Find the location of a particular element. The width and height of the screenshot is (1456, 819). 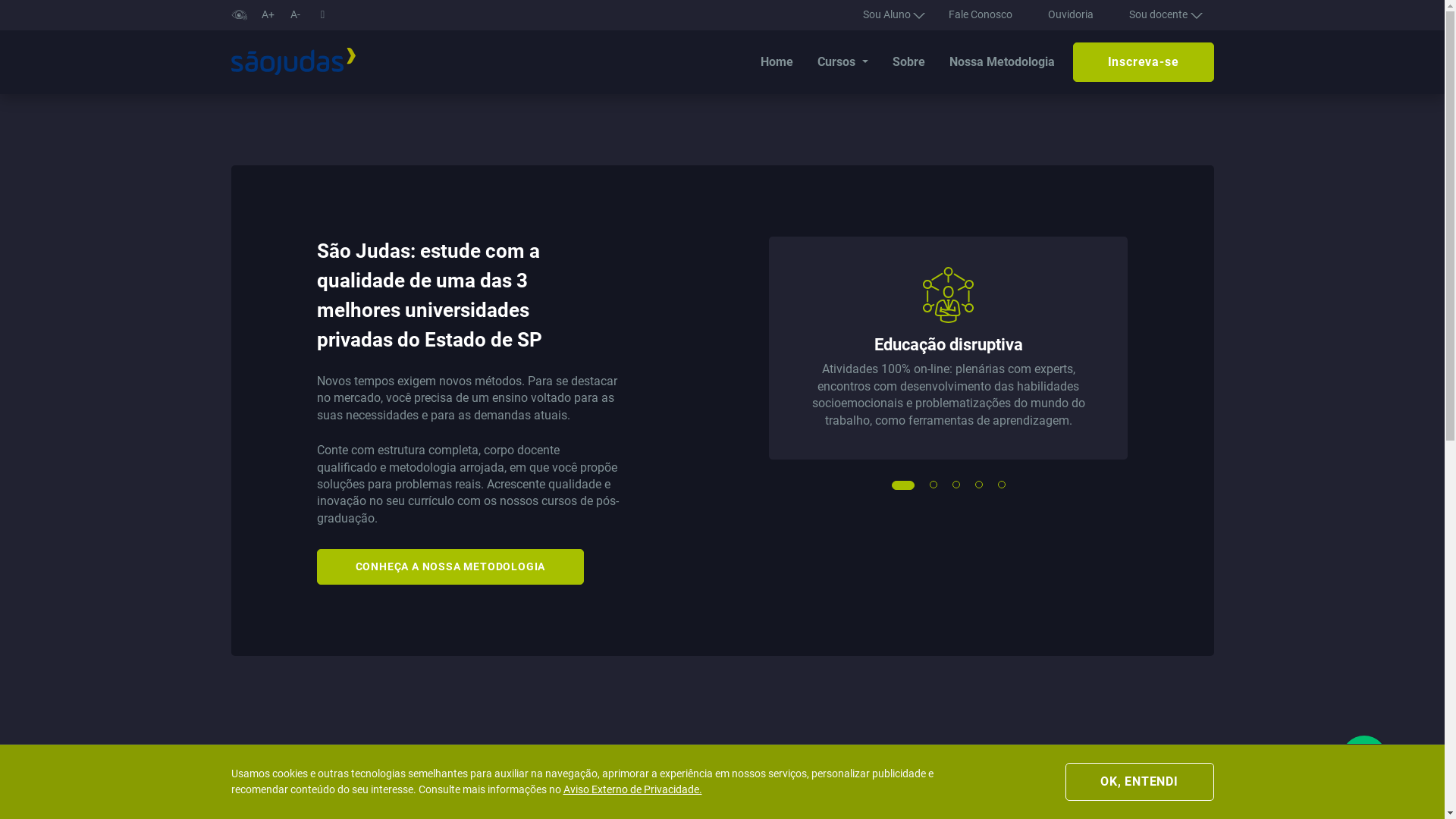

'Home' is located at coordinates (777, 61).